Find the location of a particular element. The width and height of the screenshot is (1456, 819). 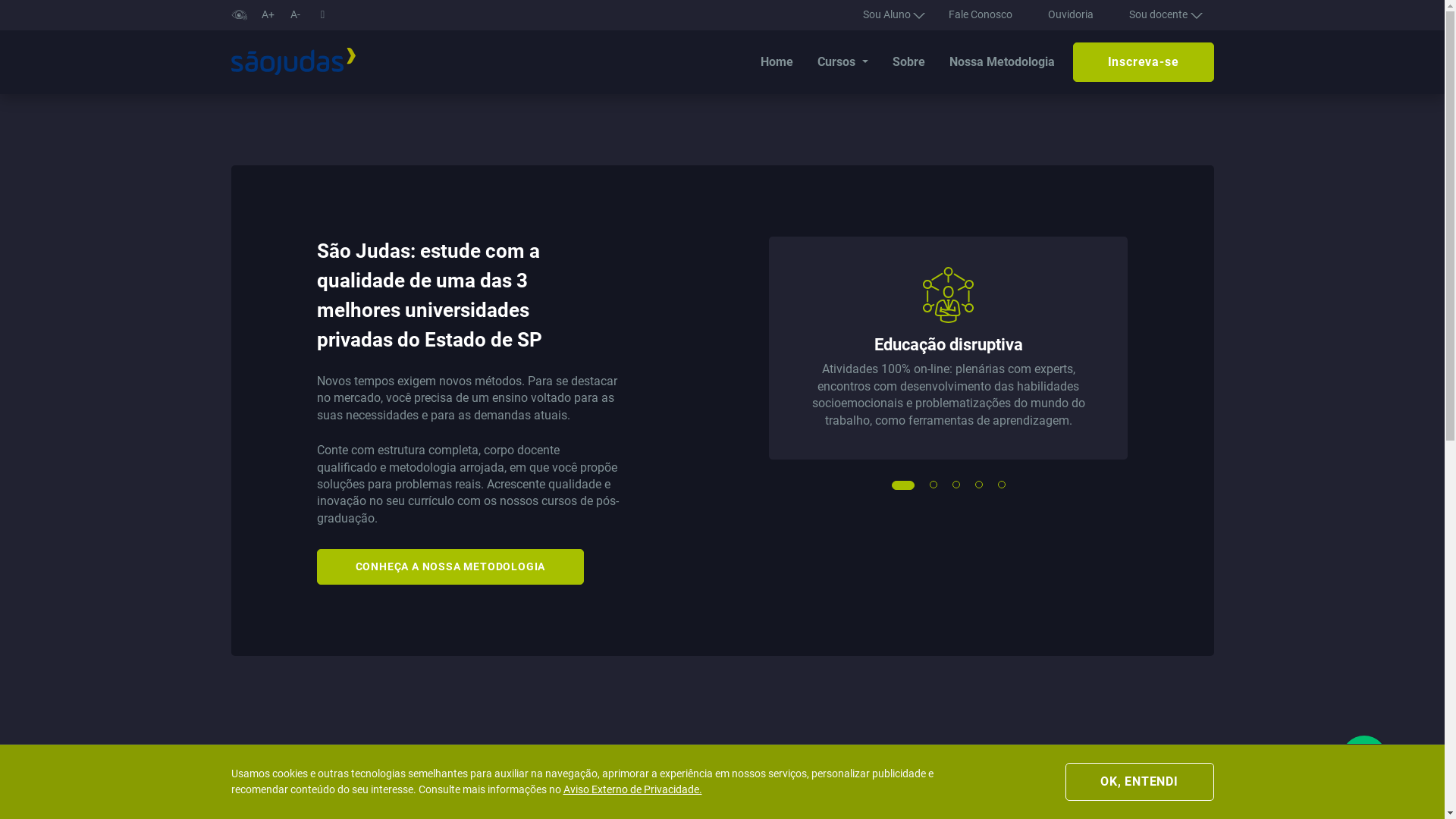

'Home' is located at coordinates (777, 61).